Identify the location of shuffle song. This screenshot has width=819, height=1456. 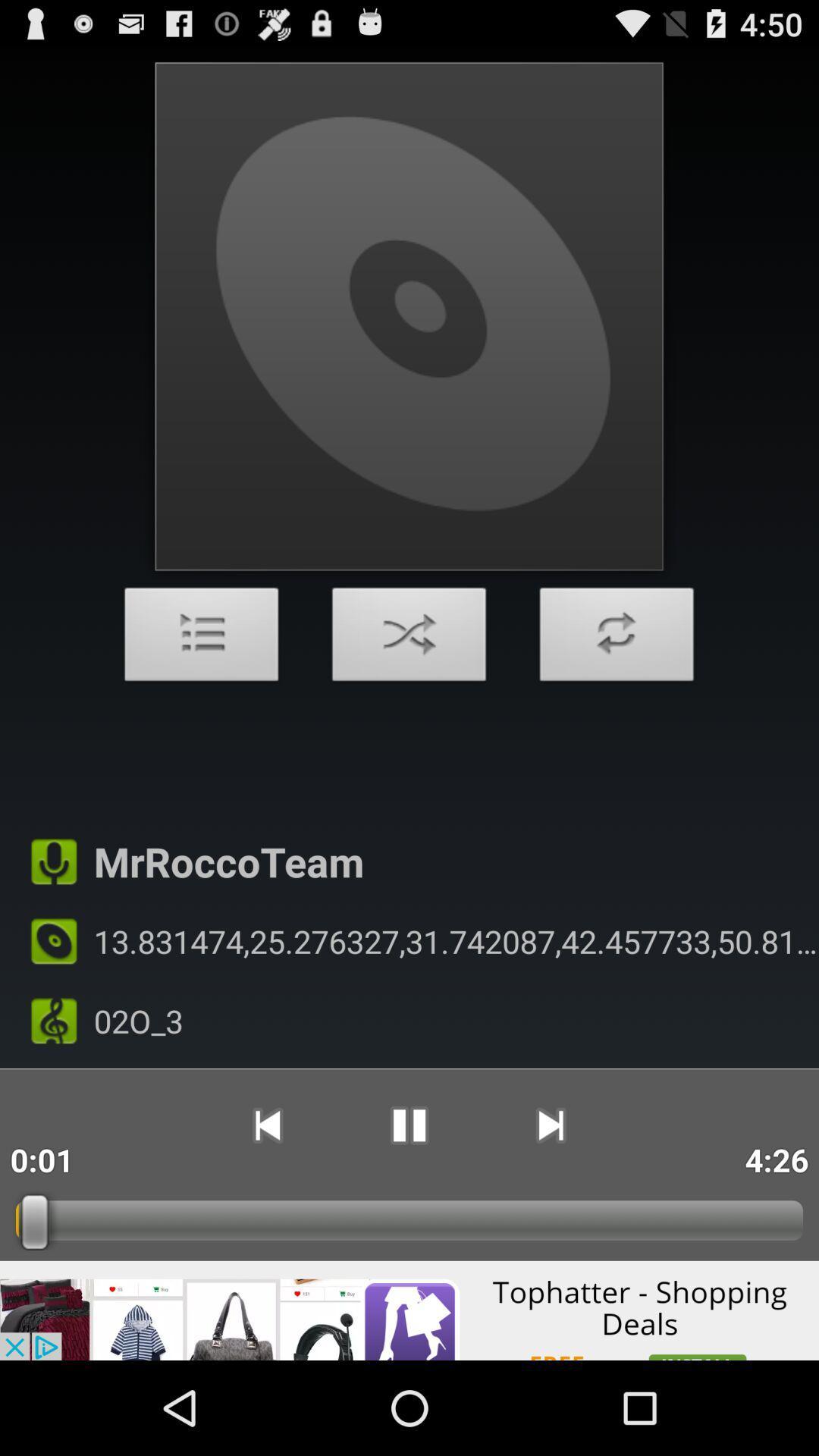
(409, 639).